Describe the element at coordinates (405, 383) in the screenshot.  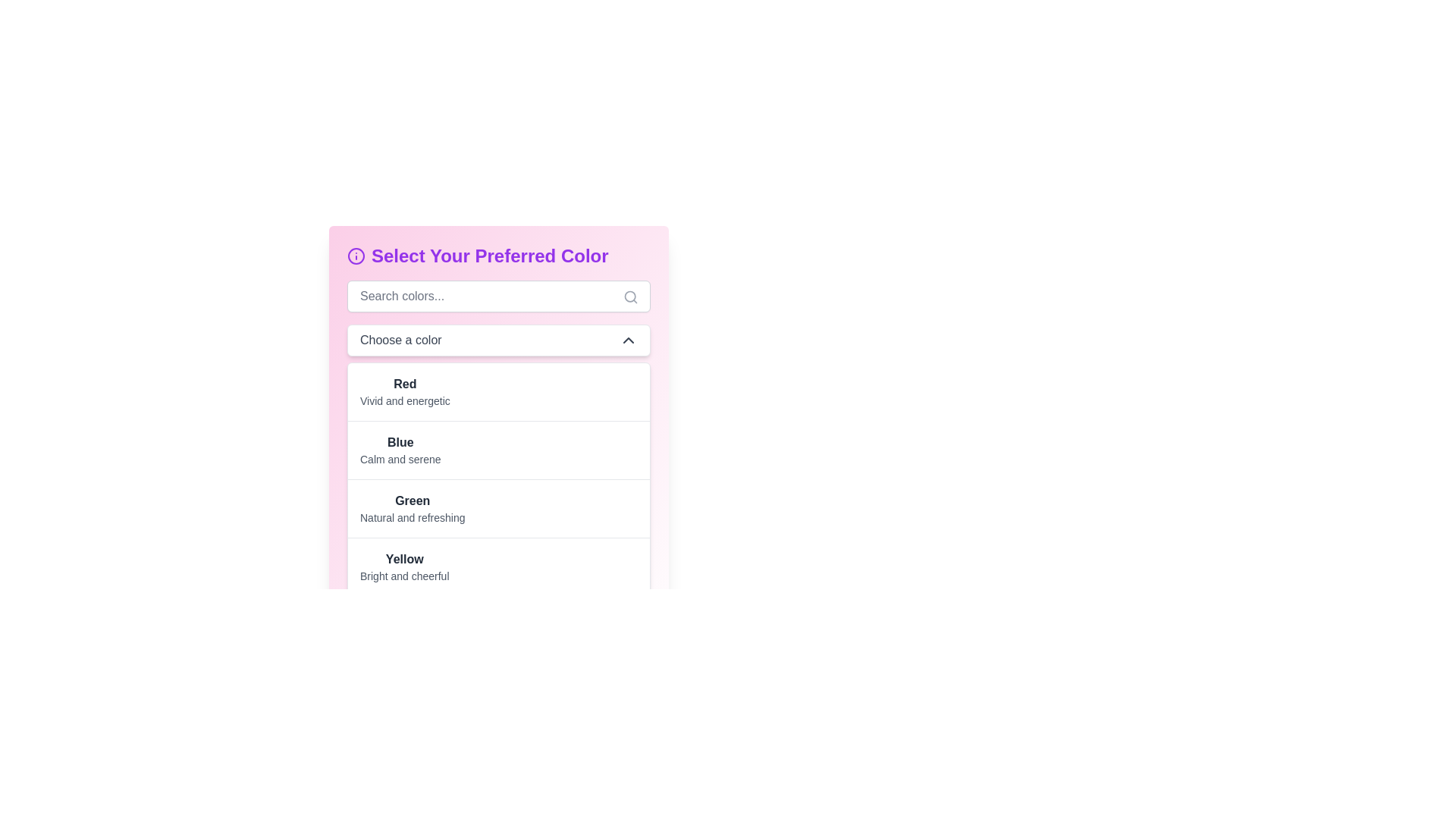
I see `the color option label that indicates a selection in the color preference menu, located above the description 'Vivid and energetic'` at that location.